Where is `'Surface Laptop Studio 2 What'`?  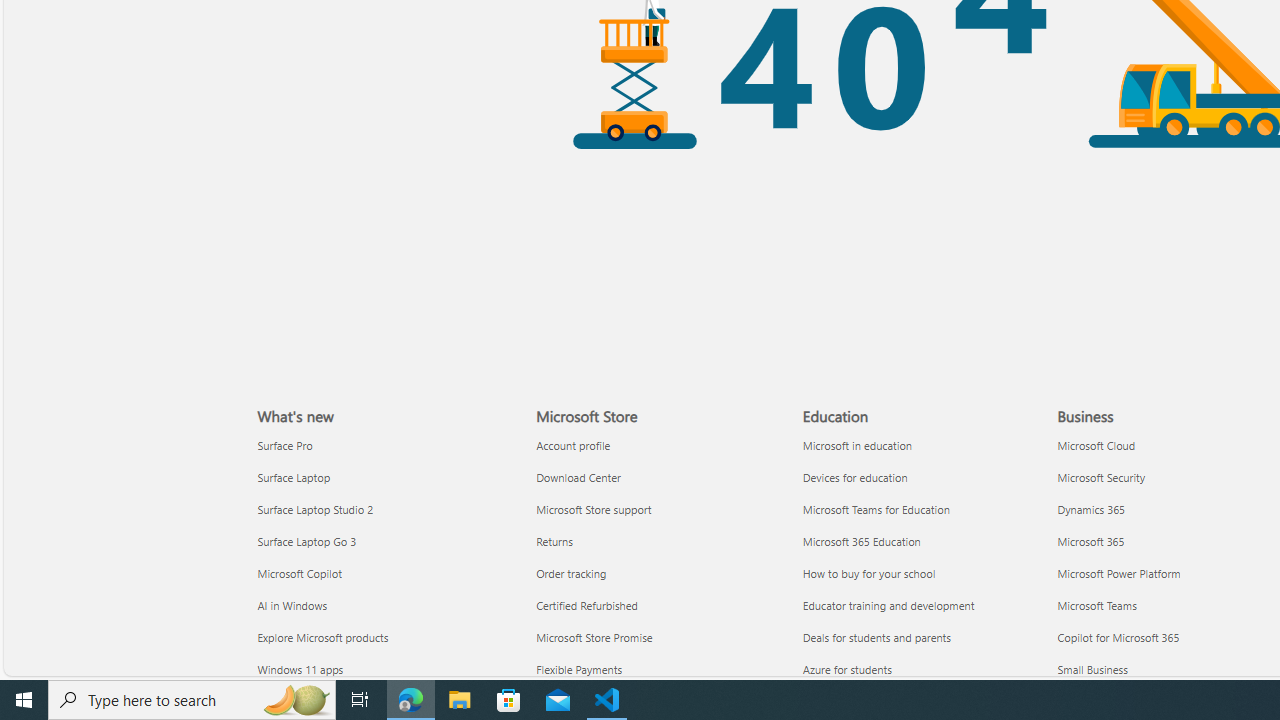 'Surface Laptop Studio 2 What' is located at coordinates (314, 508).